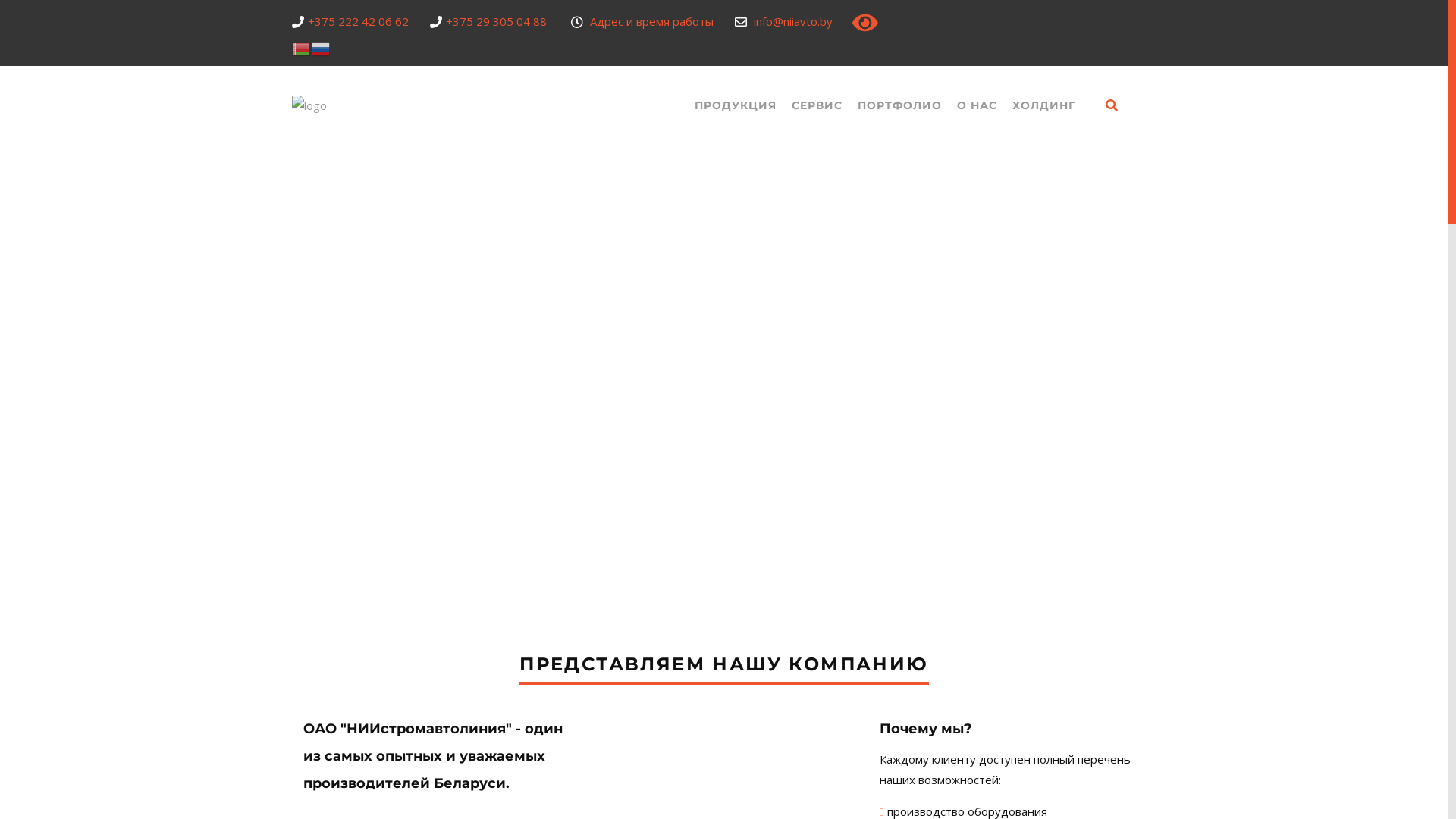  Describe the element at coordinates (445, 20) in the screenshot. I see `'+375 29 305 04 88'` at that location.